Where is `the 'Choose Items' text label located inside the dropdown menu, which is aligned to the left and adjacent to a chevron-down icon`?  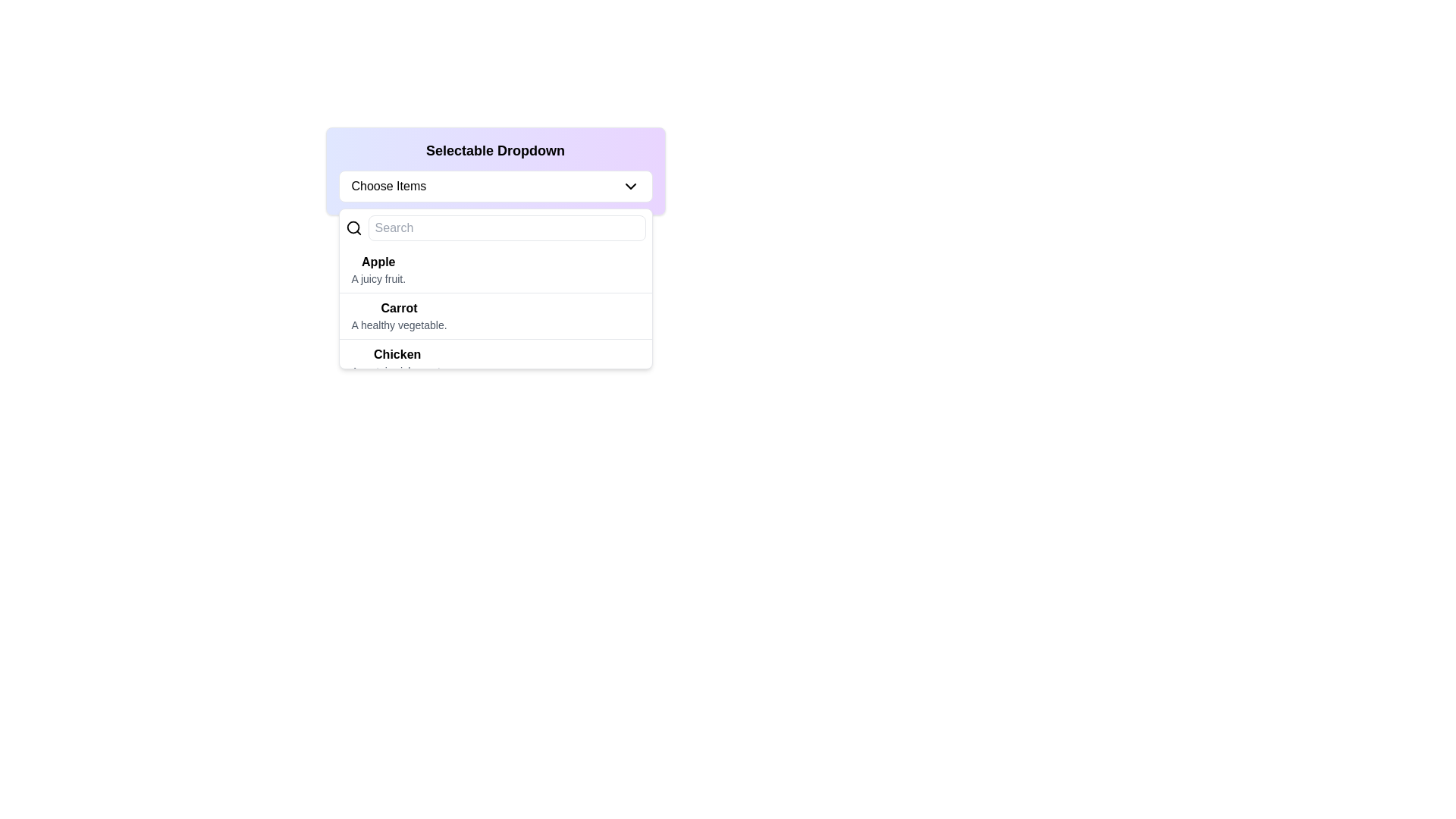 the 'Choose Items' text label located inside the dropdown menu, which is aligned to the left and adjacent to a chevron-down icon is located at coordinates (388, 186).